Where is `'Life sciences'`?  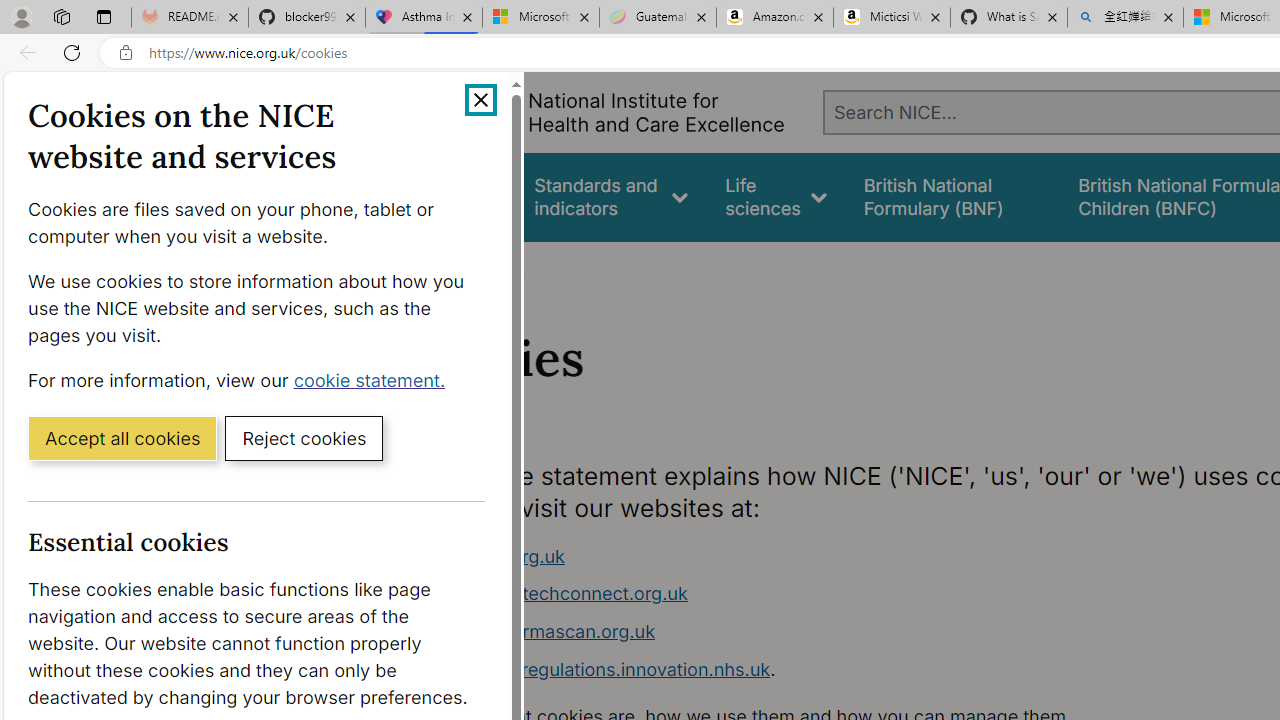
'Life sciences' is located at coordinates (775, 197).